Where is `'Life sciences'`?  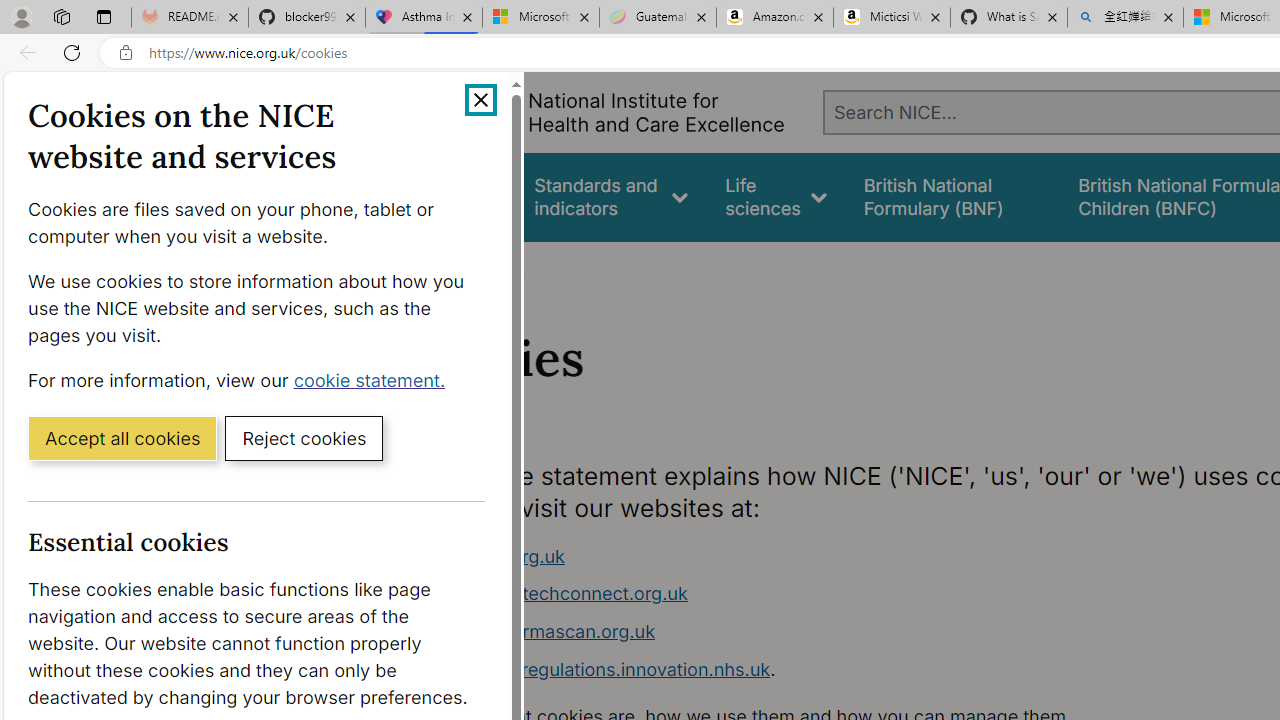
'Life sciences' is located at coordinates (775, 197).